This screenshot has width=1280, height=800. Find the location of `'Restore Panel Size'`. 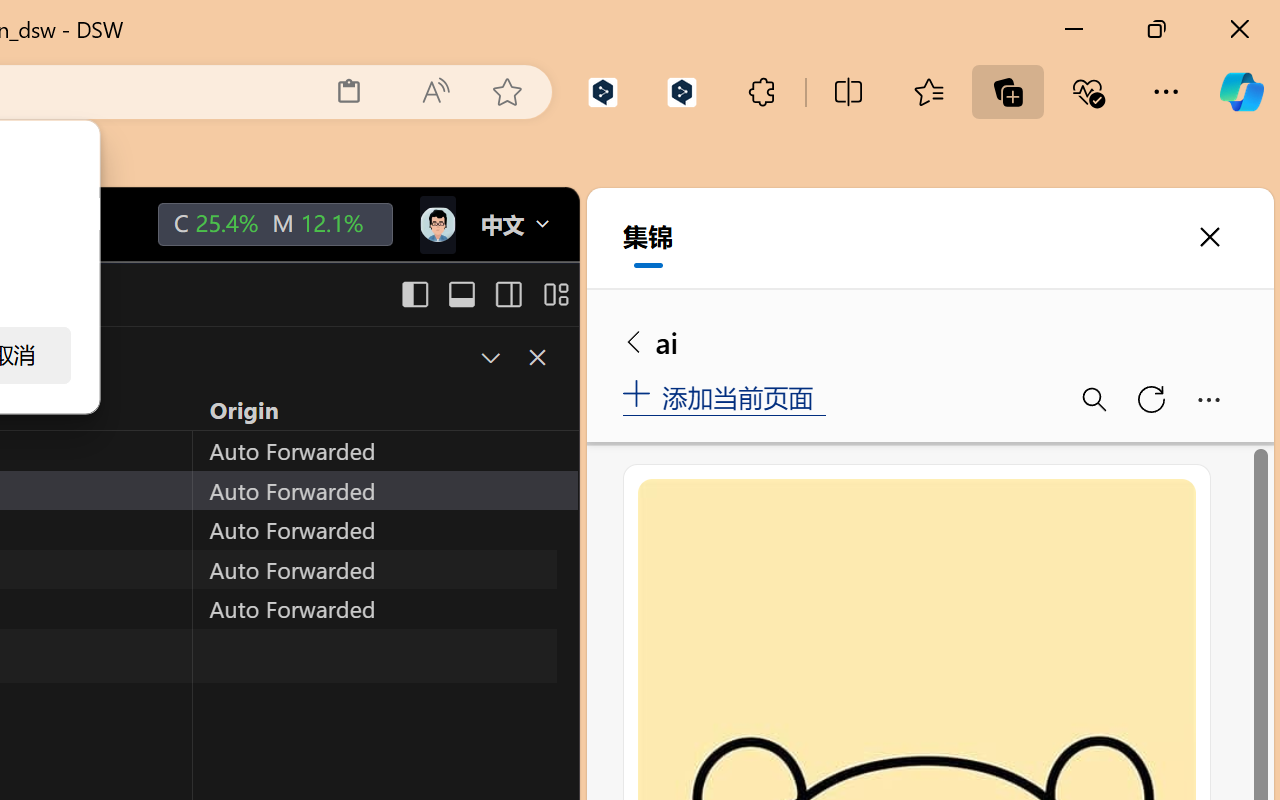

'Restore Panel Size' is located at coordinates (488, 357).